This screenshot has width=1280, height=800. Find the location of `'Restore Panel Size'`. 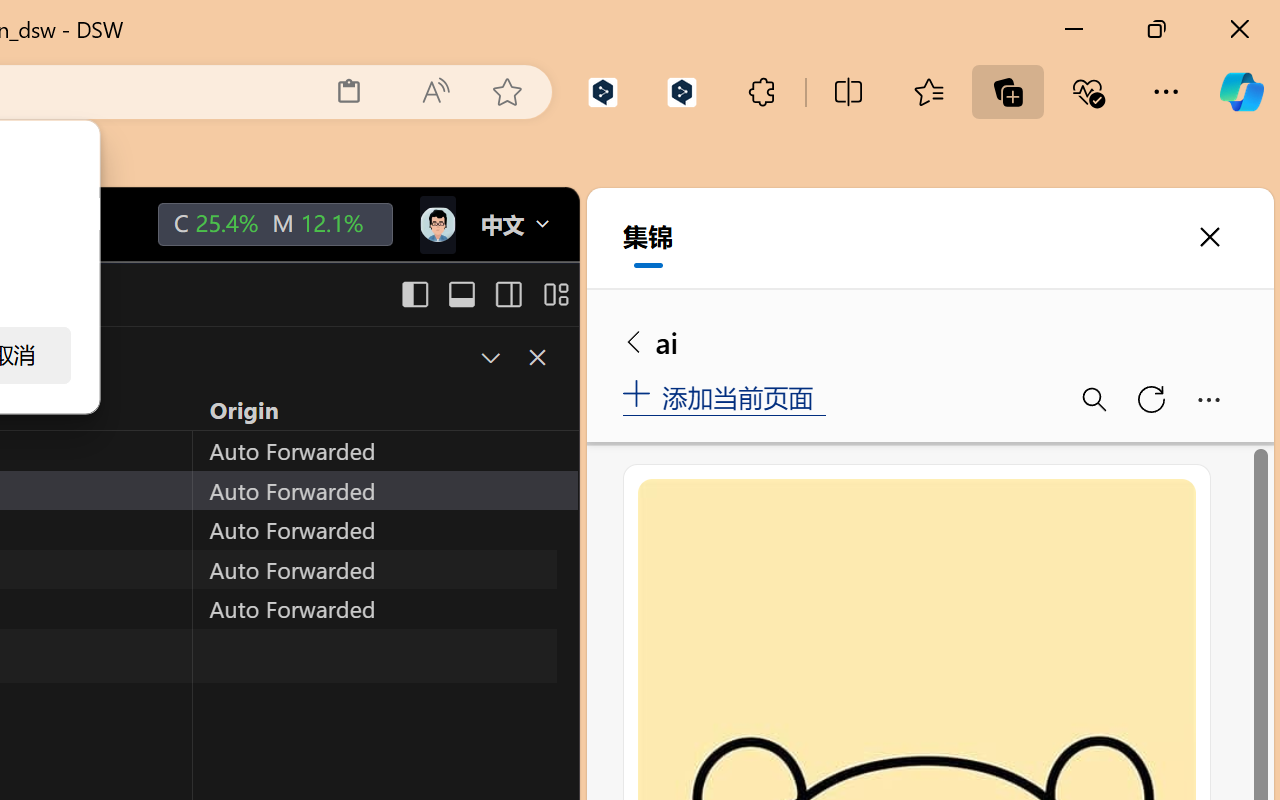

'Restore Panel Size' is located at coordinates (488, 357).